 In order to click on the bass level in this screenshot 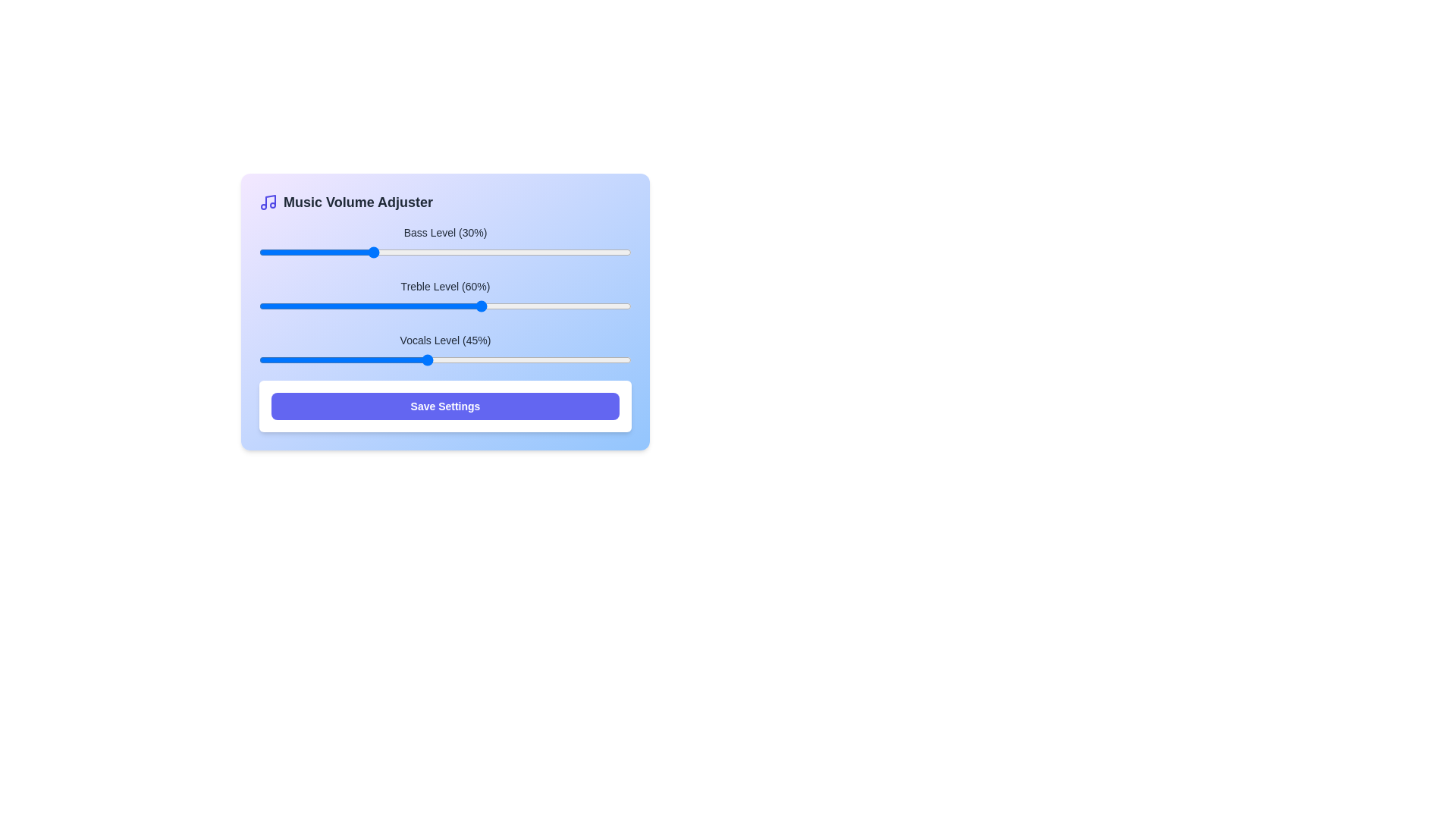, I will do `click(389, 251)`.